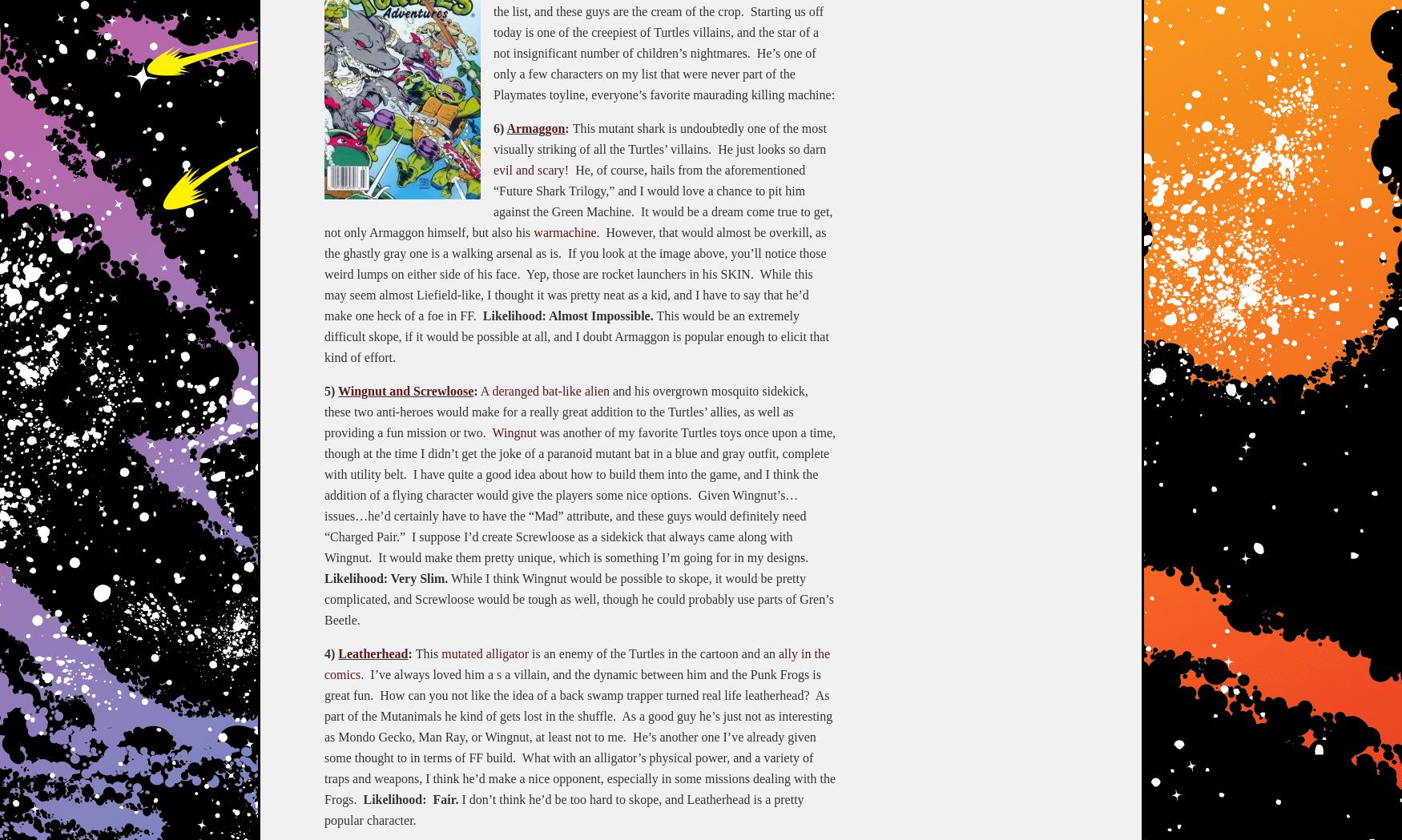 The image size is (1402, 840). What do you see at coordinates (654, 652) in the screenshot?
I see `'is an enemy of the Turtles in the cartoon and an'` at bounding box center [654, 652].